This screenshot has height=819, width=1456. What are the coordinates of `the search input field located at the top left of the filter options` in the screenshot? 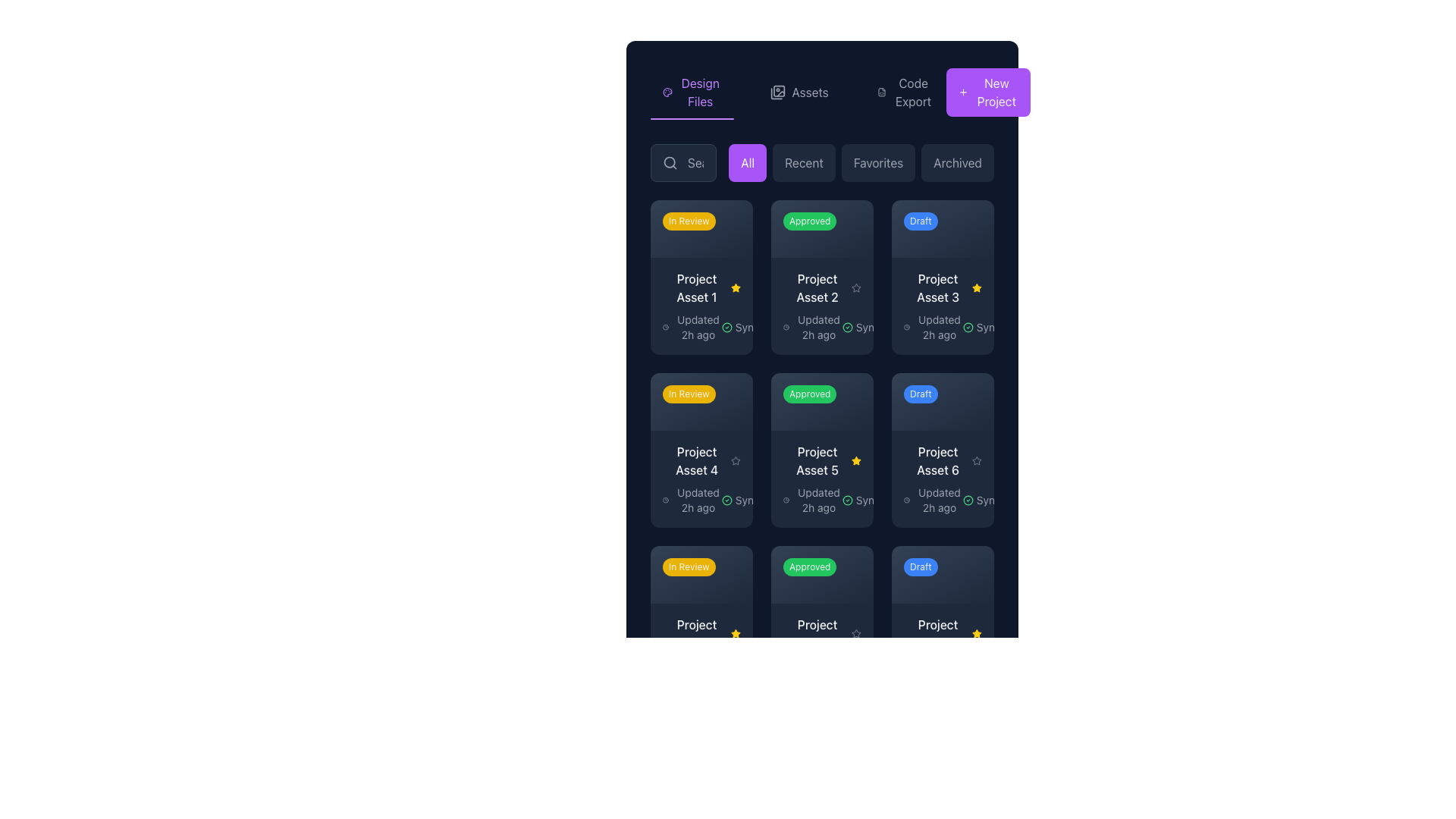 It's located at (682, 163).